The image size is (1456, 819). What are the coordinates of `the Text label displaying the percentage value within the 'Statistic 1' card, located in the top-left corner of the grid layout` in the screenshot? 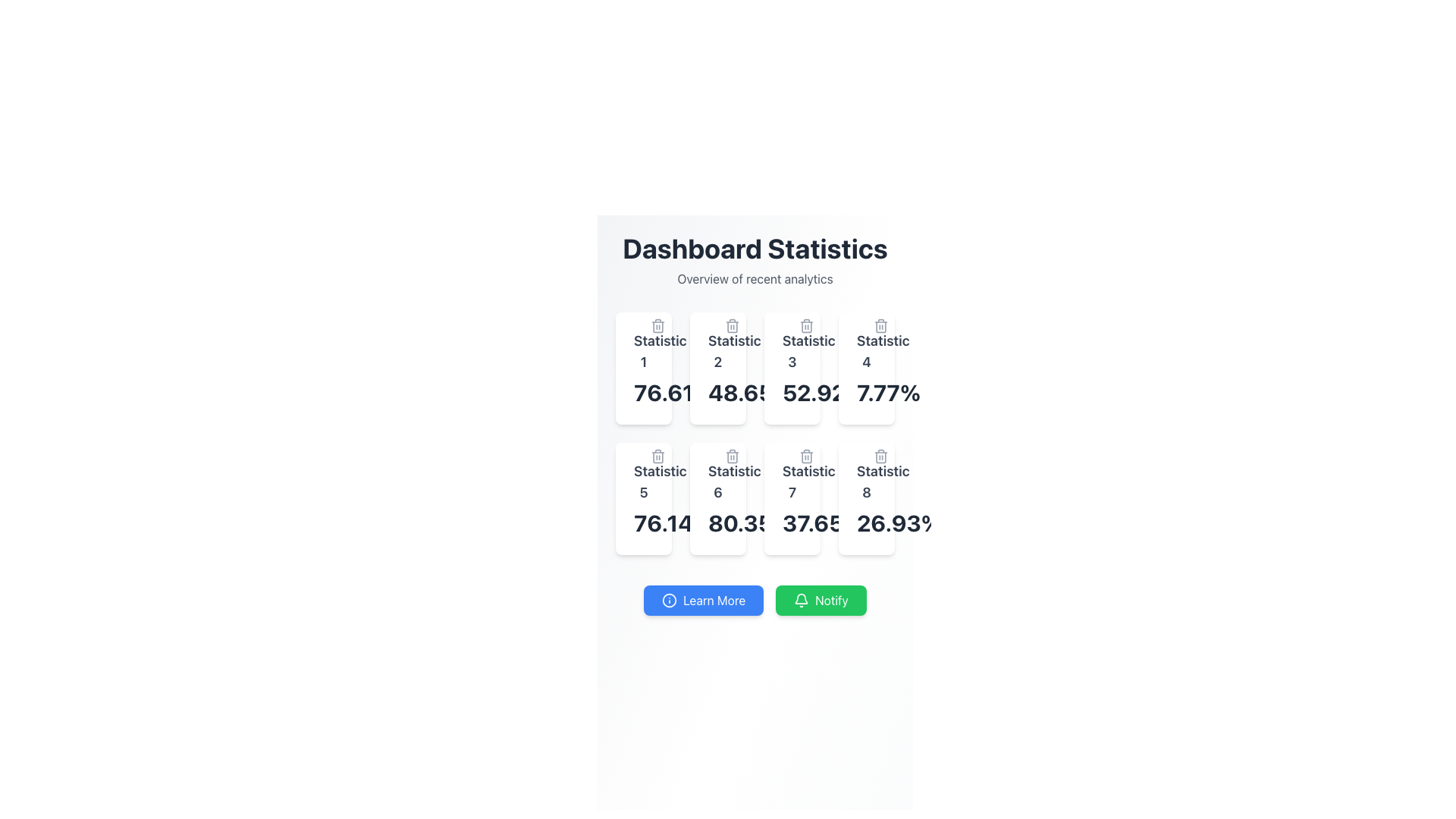 It's located at (644, 391).